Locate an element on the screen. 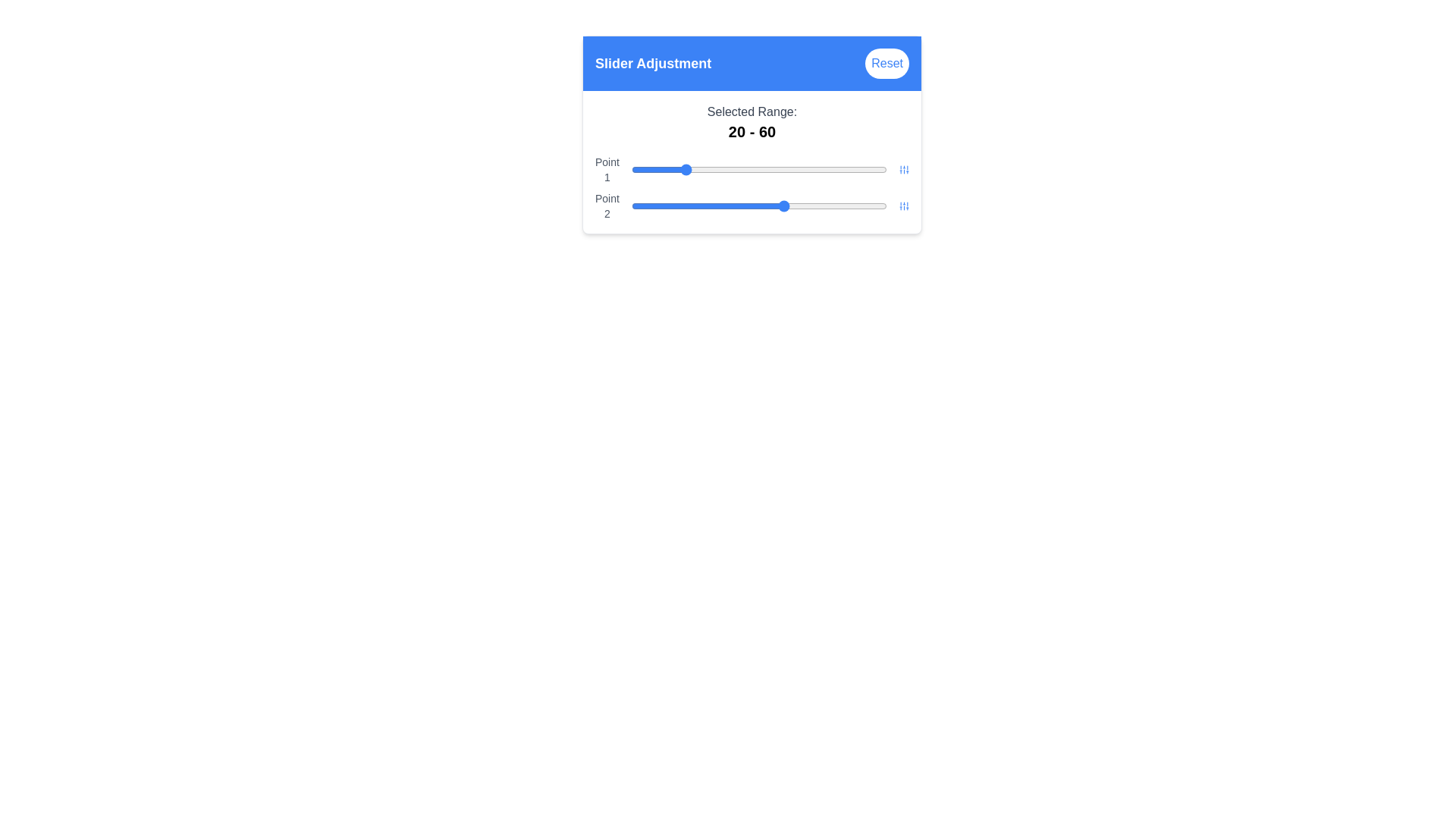  the slider is located at coordinates (736, 206).